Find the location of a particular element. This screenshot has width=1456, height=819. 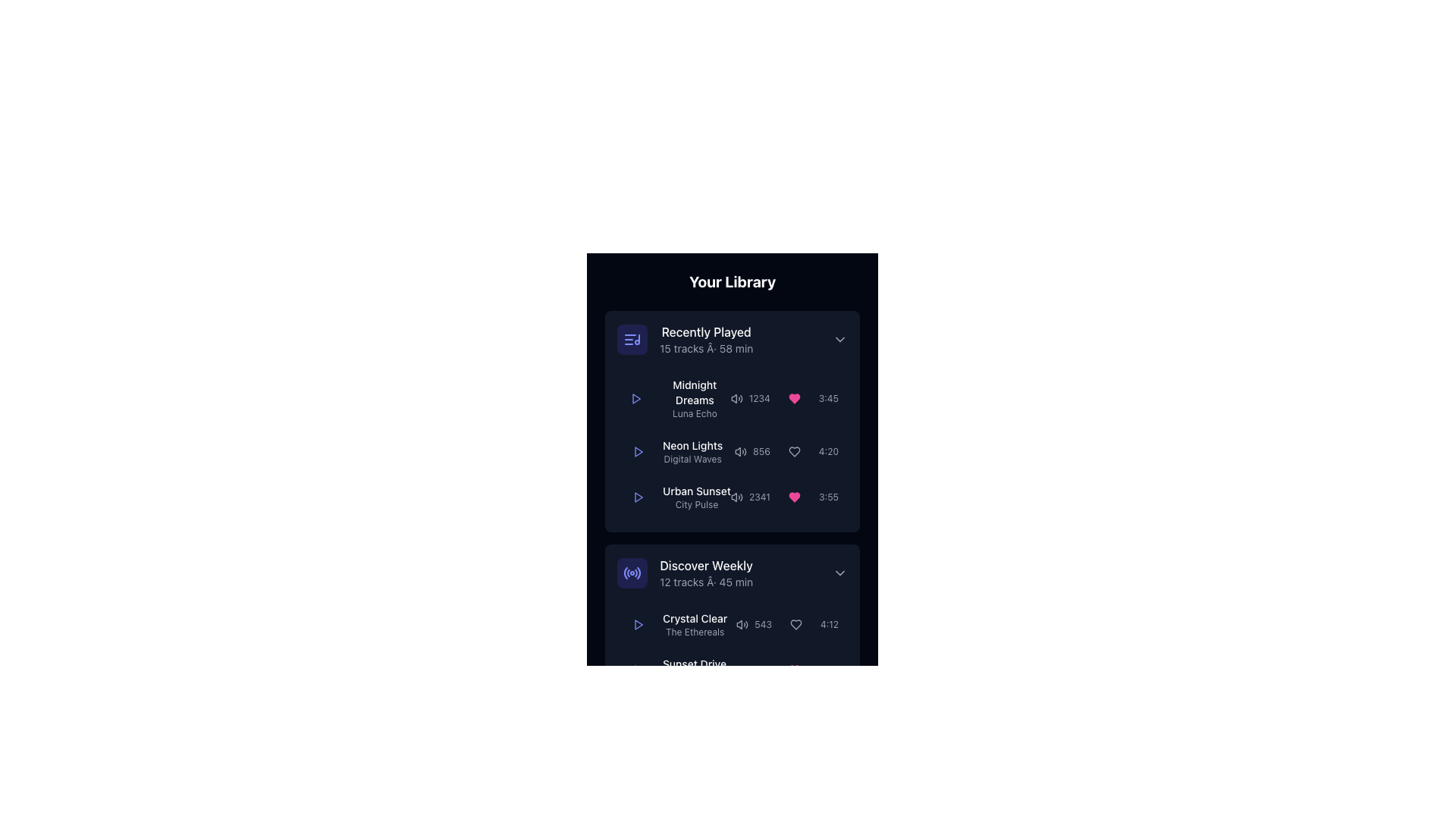

the Label with the small speaker icon displaying the number '543' located in the 'Discover Weekly' section, next to the 'Crystal Clear' track details, to associate the number with the corresponding track is located at coordinates (754, 625).